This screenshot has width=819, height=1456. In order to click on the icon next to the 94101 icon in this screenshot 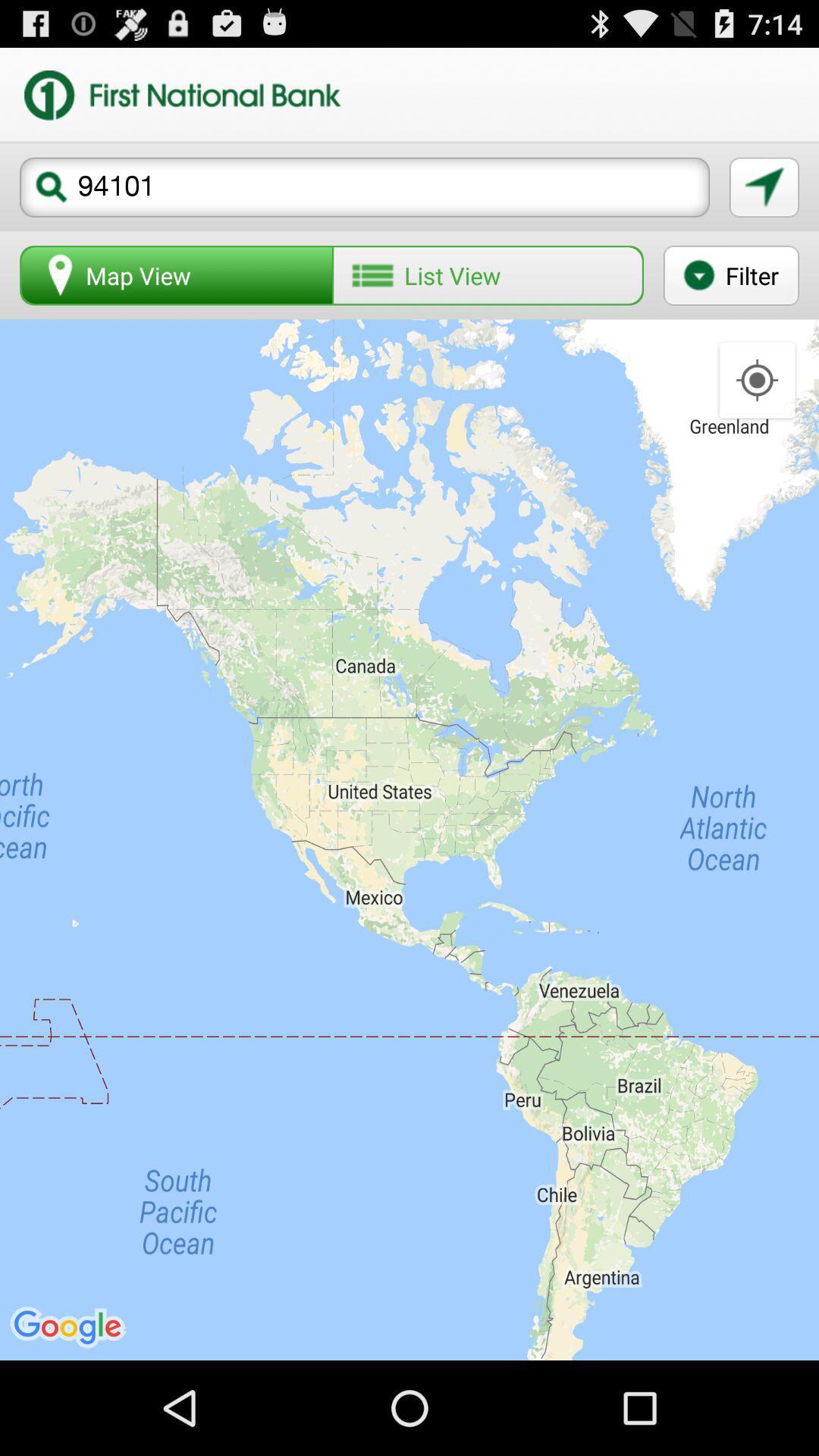, I will do `click(764, 187)`.